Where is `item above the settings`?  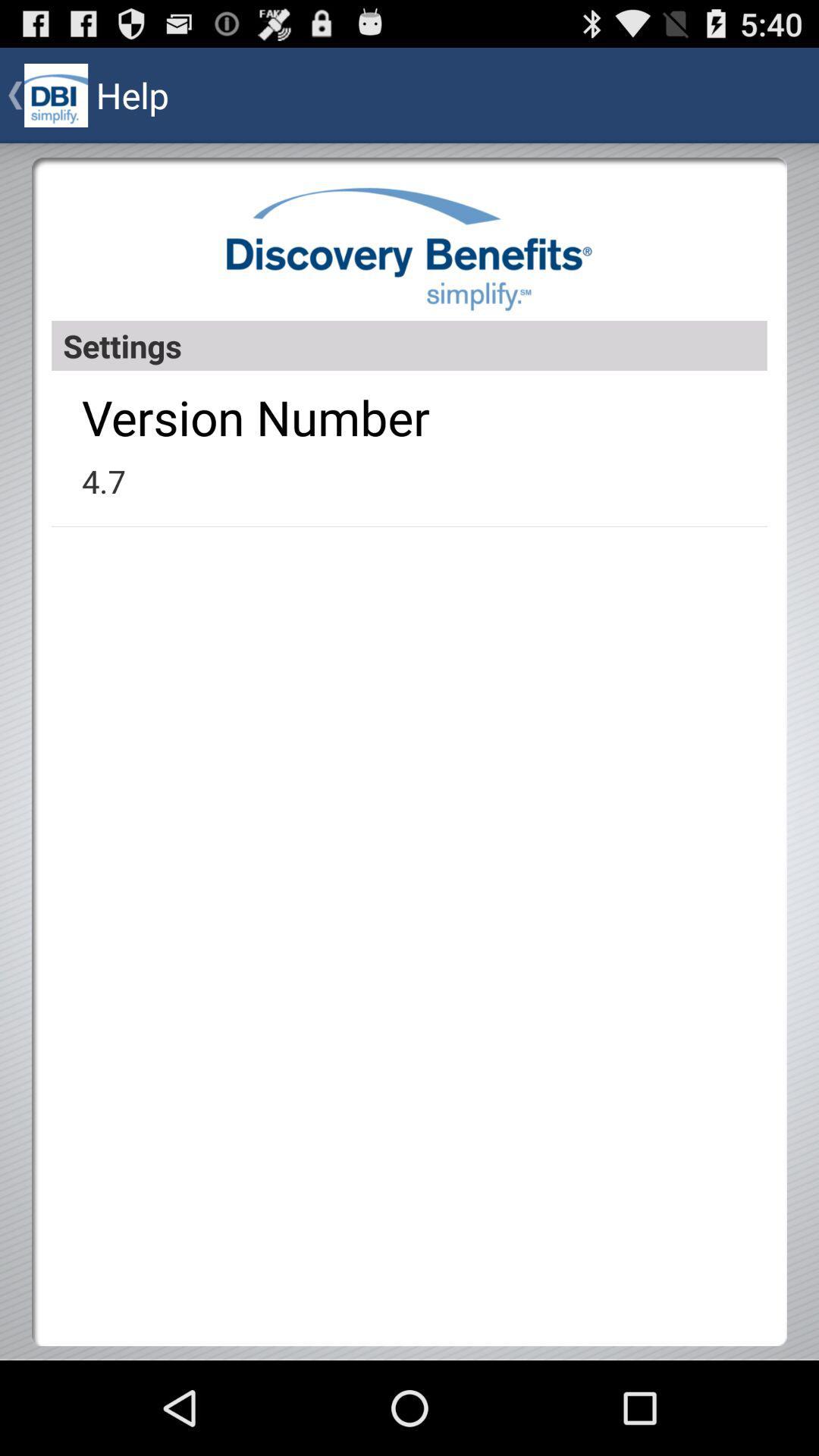
item above the settings is located at coordinates (409, 249).